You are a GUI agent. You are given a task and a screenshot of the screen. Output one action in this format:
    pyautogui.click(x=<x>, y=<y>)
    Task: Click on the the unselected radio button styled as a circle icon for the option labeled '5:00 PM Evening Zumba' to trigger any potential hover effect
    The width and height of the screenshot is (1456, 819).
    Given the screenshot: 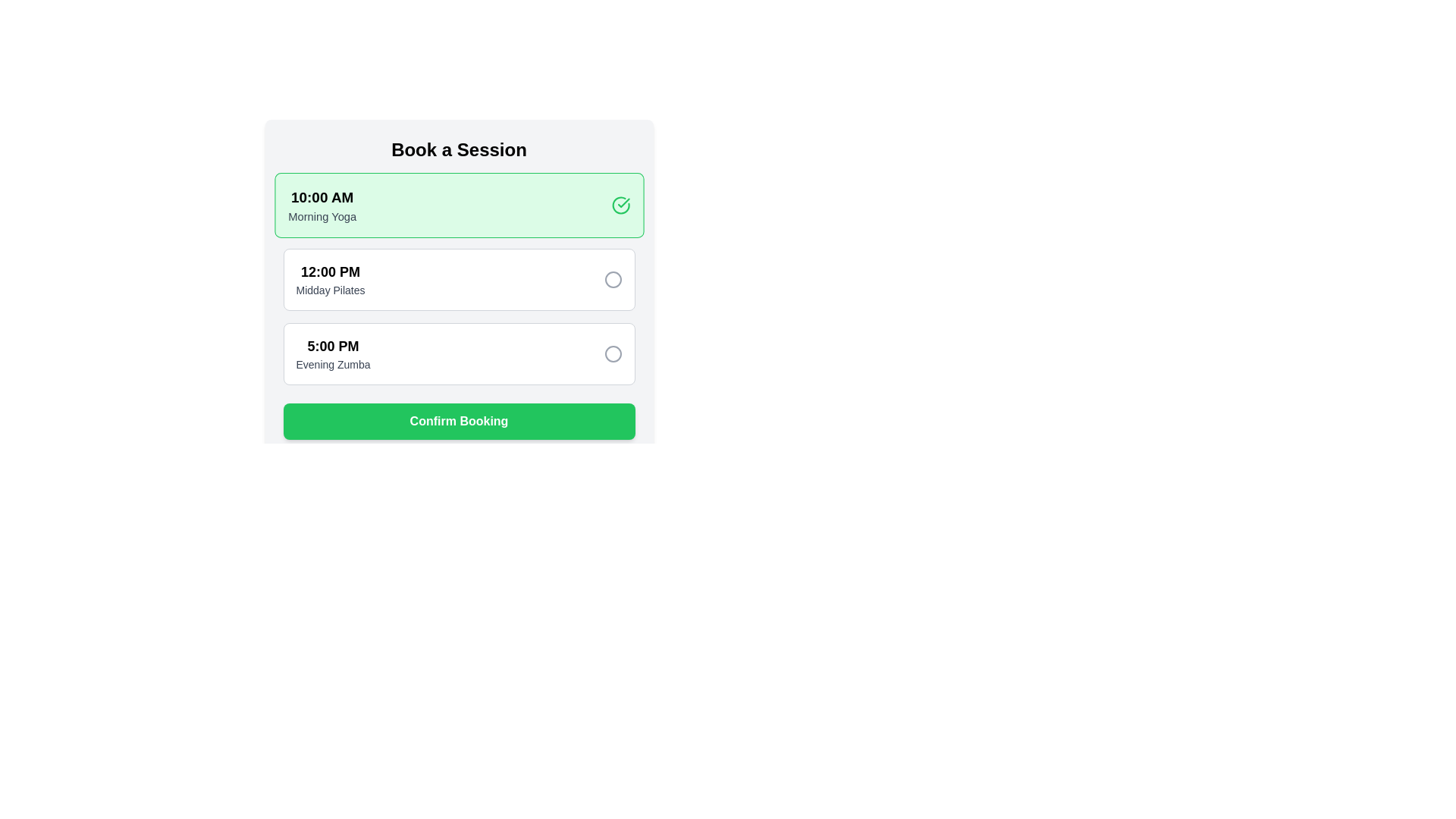 What is the action you would take?
    pyautogui.click(x=613, y=353)
    